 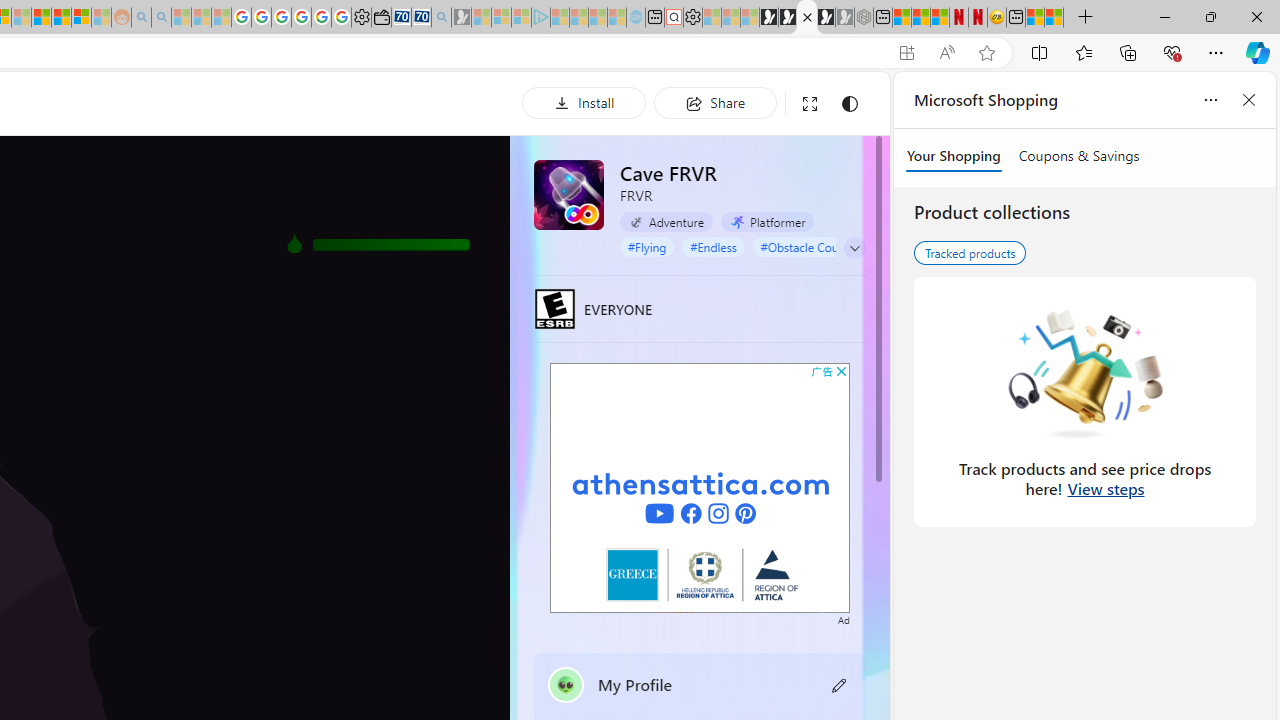 I want to click on '""', so click(x=564, y=684).